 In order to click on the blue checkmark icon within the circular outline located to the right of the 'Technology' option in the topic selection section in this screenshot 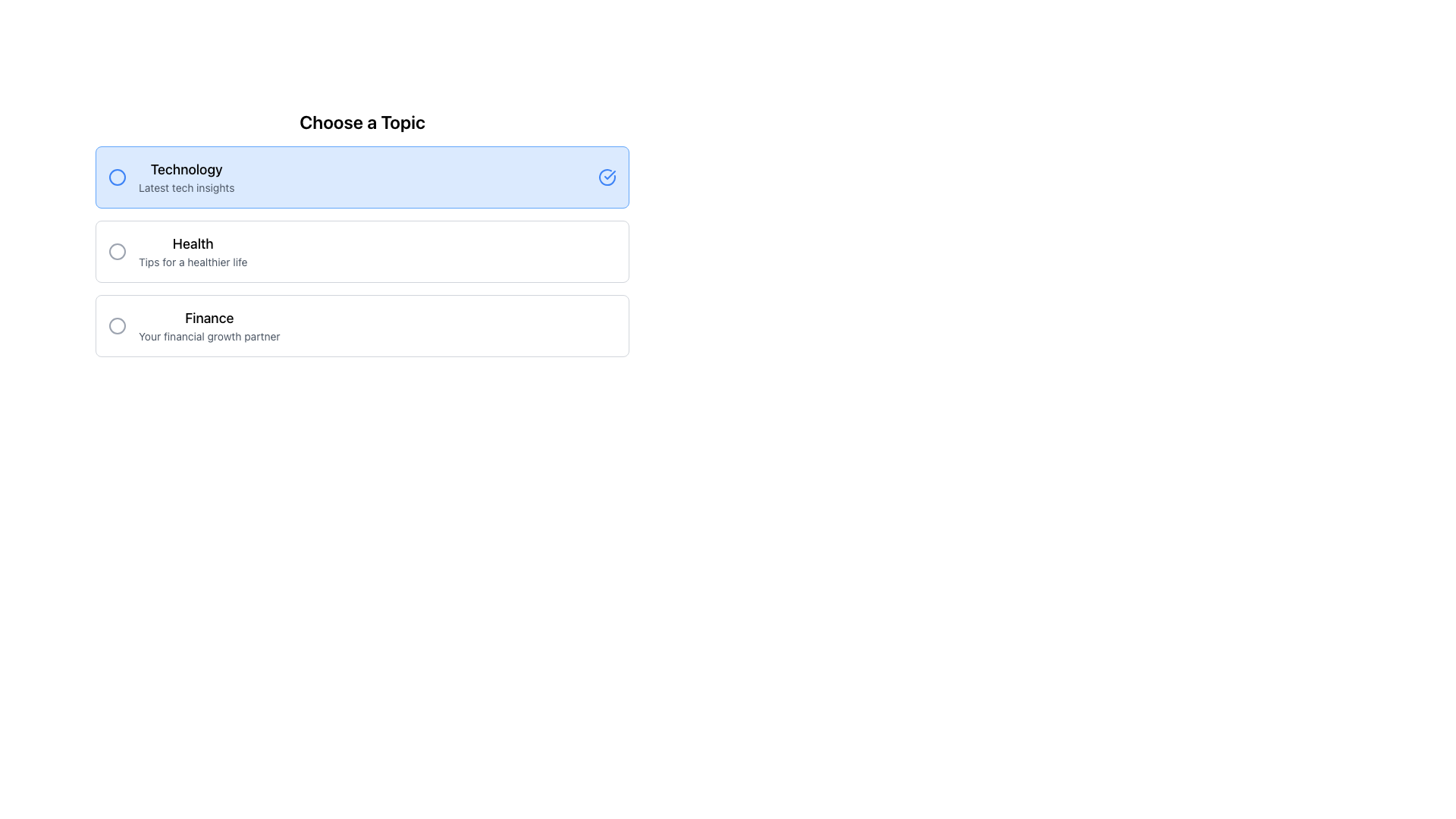, I will do `click(610, 174)`.